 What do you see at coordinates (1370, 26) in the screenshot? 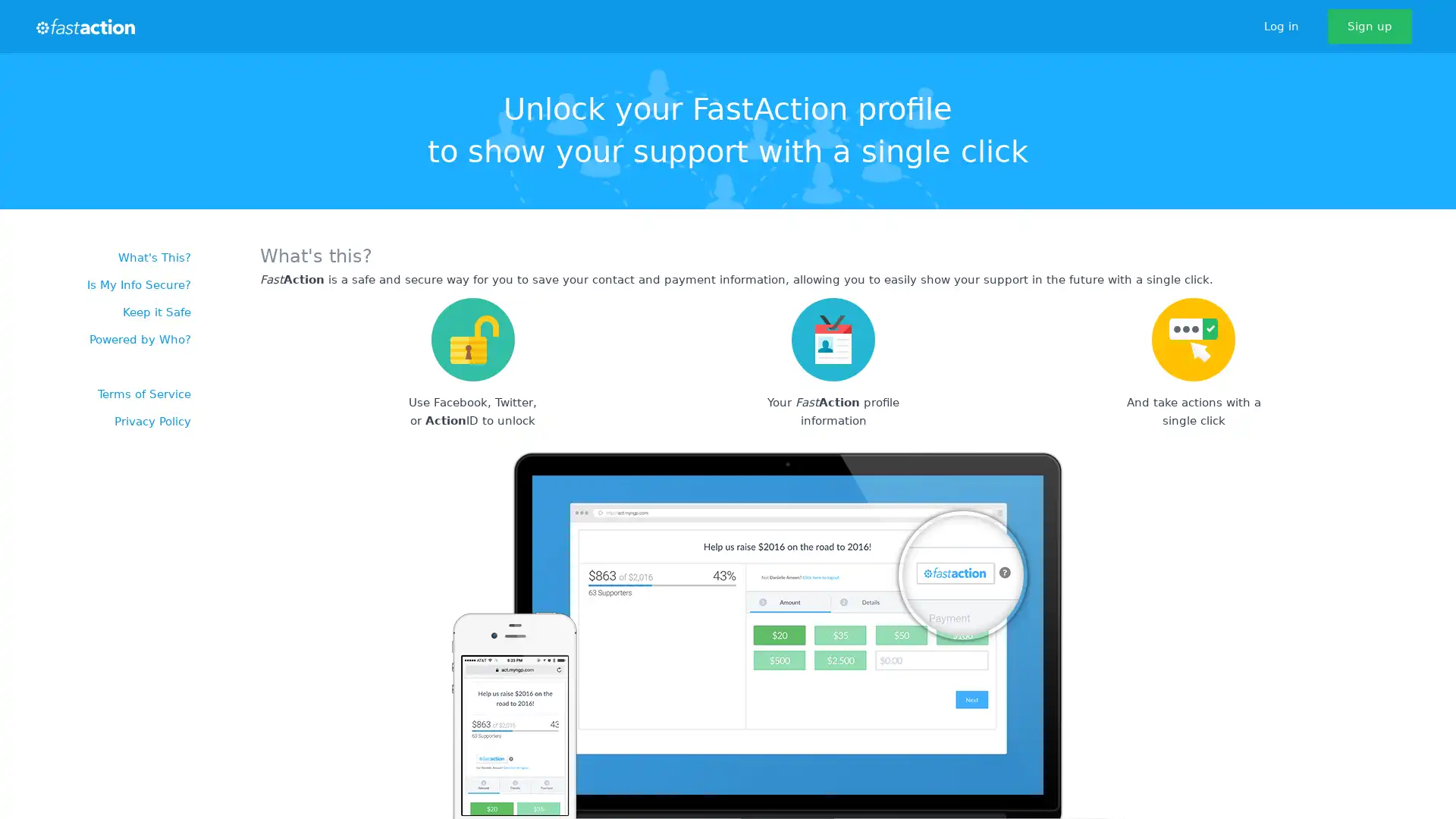
I see `Sign up` at bounding box center [1370, 26].